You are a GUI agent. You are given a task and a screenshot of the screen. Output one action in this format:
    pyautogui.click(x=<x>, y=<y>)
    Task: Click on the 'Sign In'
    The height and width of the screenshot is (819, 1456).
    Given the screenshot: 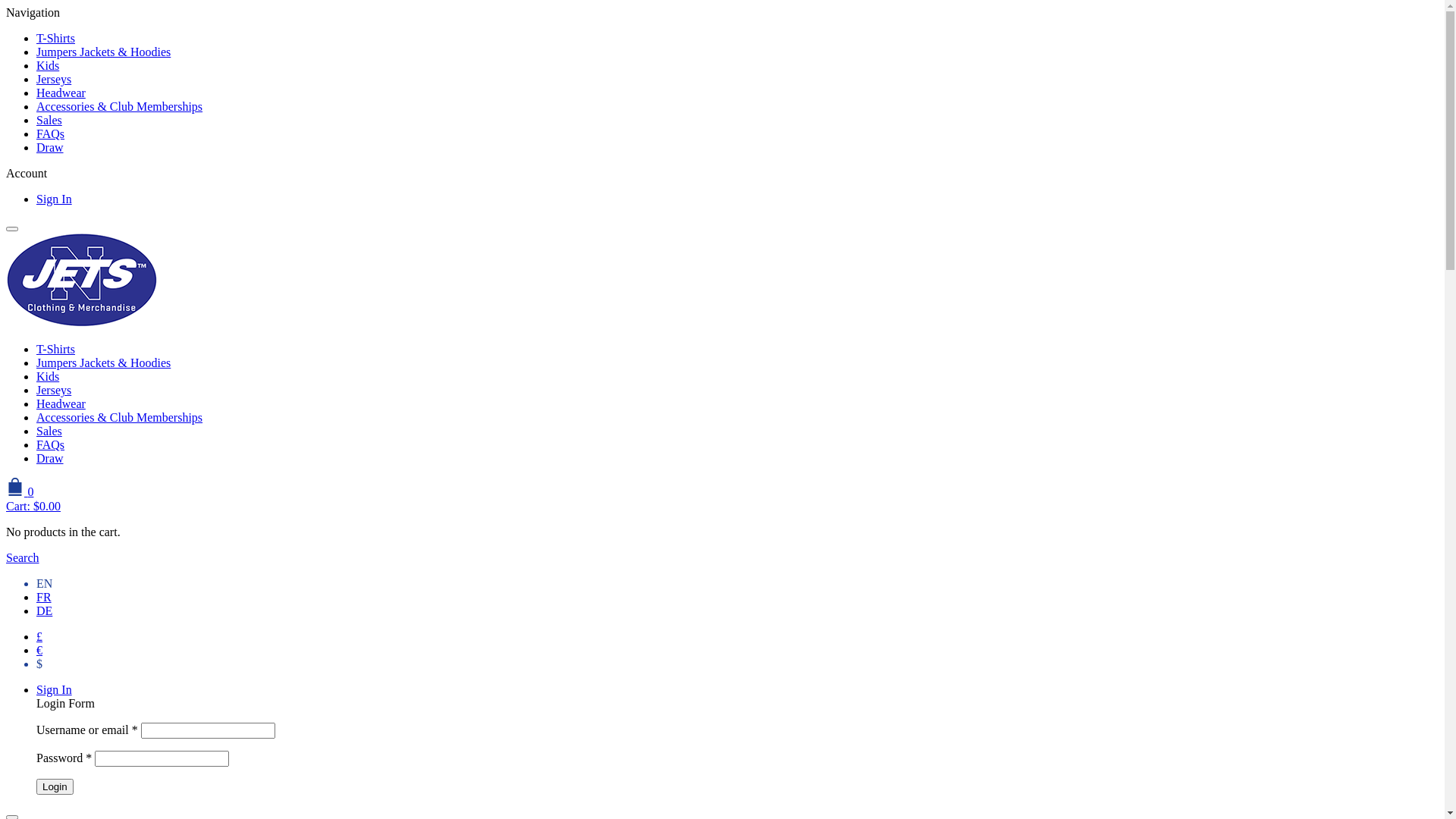 What is the action you would take?
    pyautogui.click(x=54, y=689)
    